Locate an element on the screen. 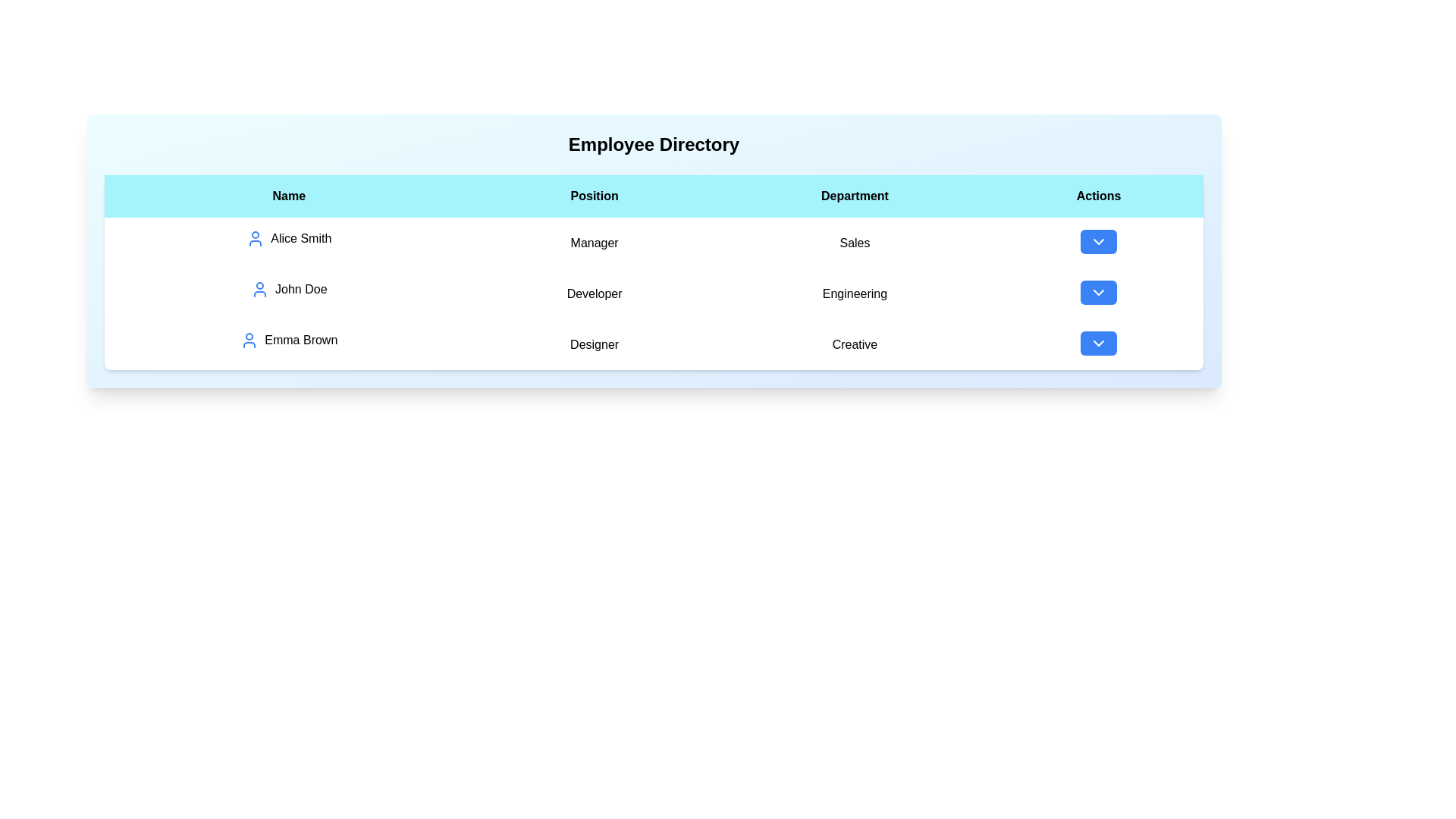 The image size is (1456, 819). the 'Position' header text label, which is the second column header in a table with a light blue background and bold, centered font is located at coordinates (594, 195).